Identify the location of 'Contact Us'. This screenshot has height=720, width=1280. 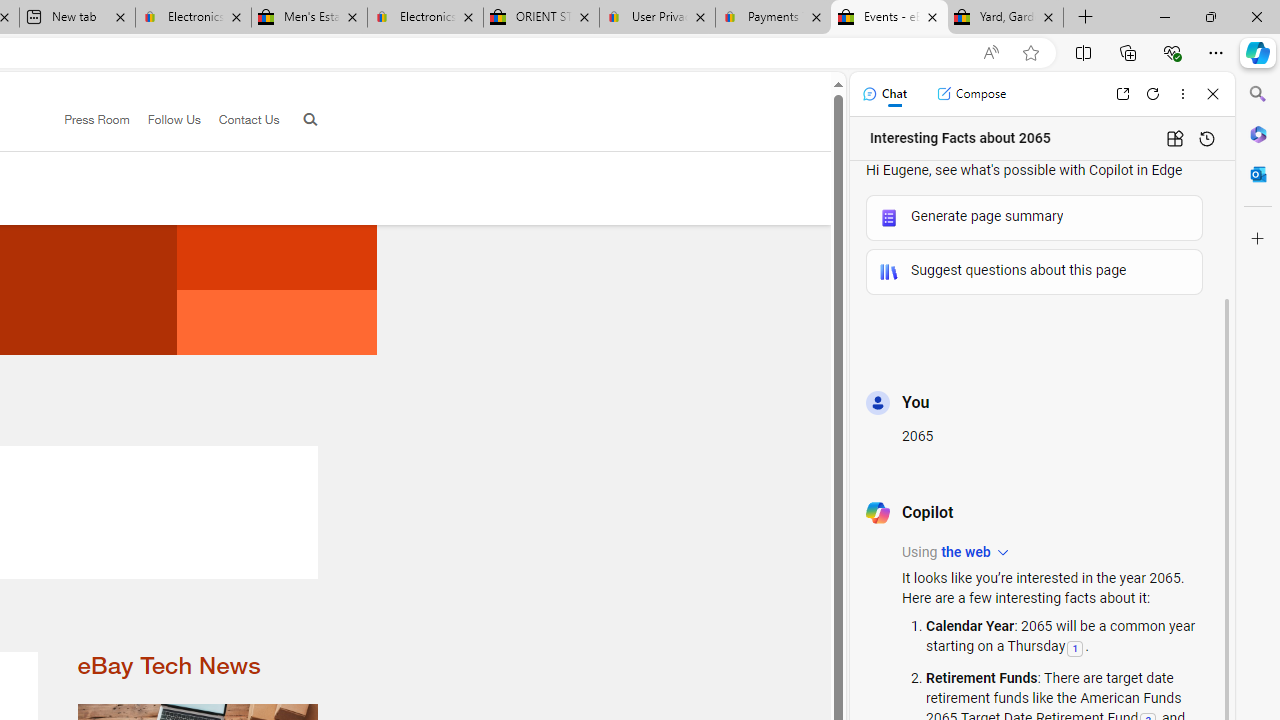
(240, 120).